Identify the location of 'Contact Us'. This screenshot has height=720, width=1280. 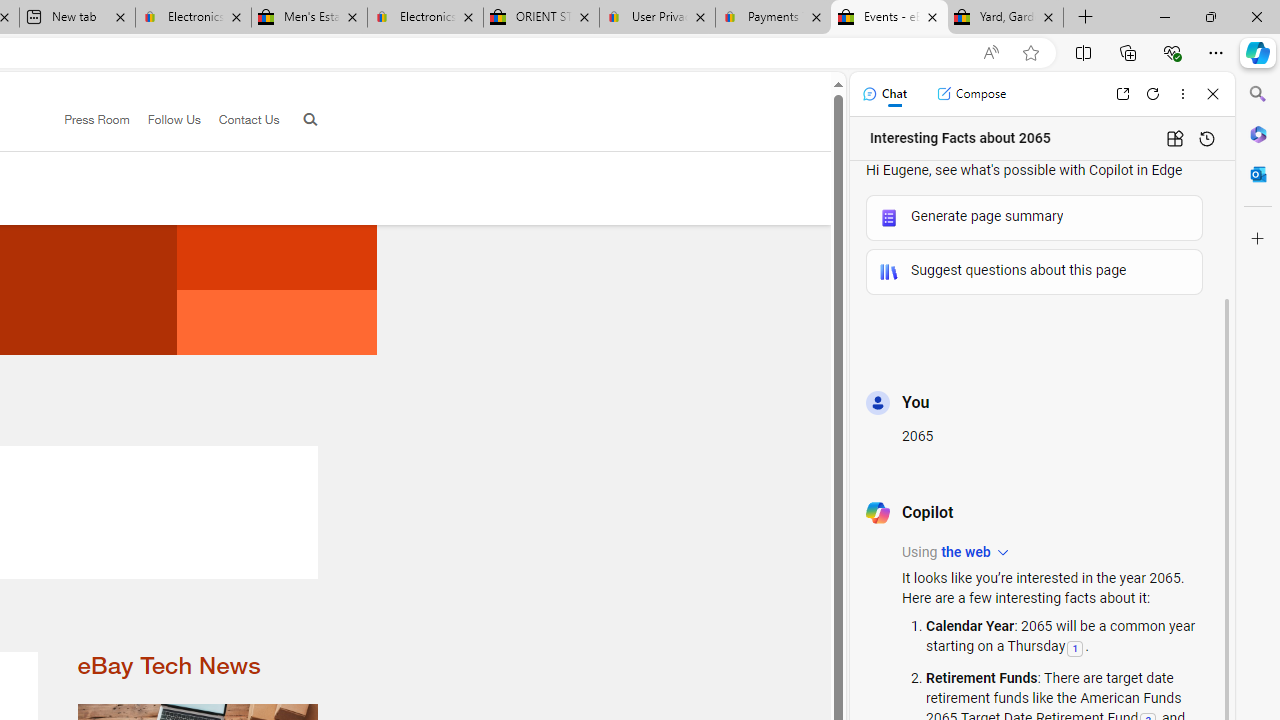
(240, 120).